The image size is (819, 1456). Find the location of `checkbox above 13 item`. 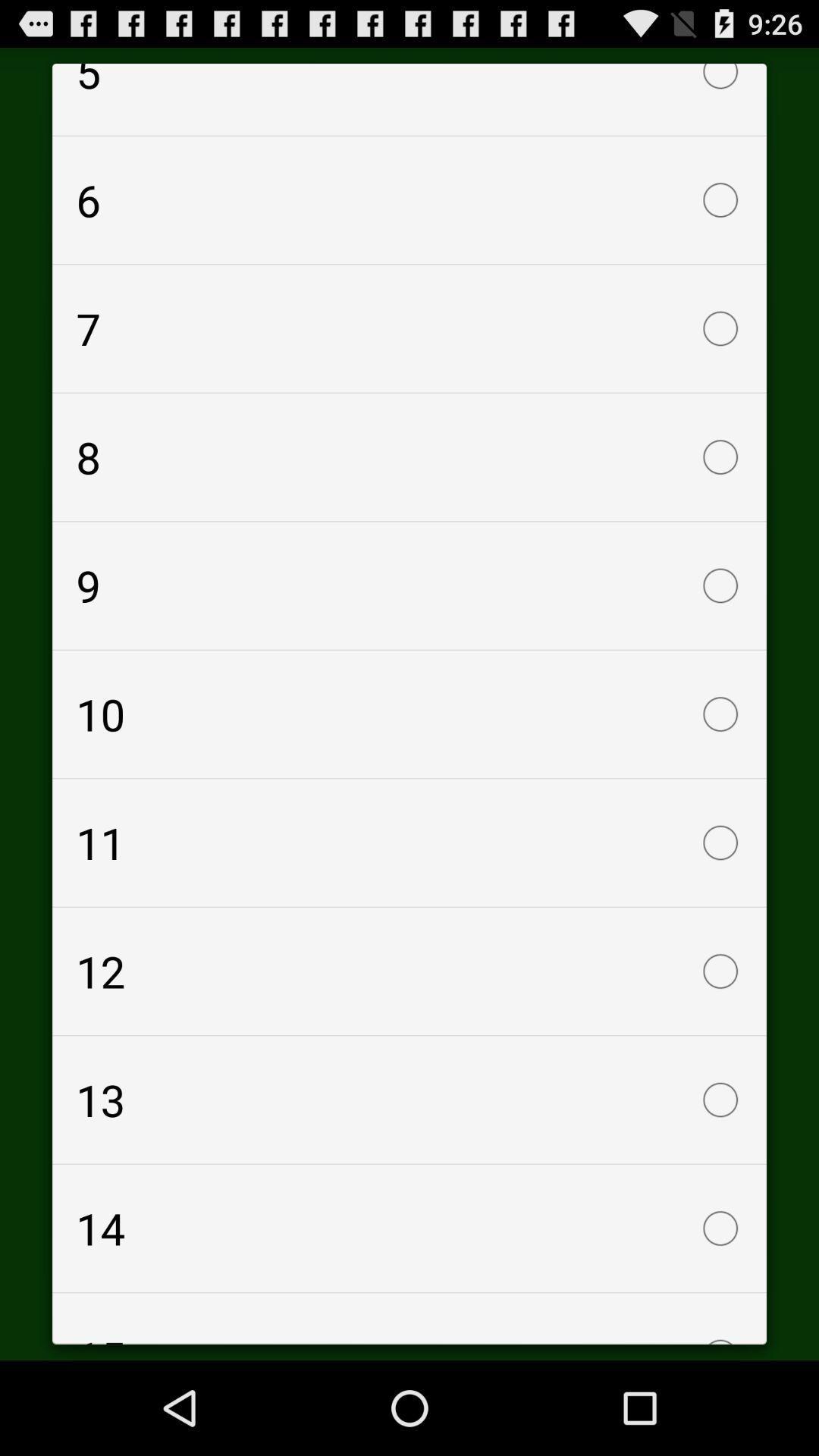

checkbox above 13 item is located at coordinates (409, 971).